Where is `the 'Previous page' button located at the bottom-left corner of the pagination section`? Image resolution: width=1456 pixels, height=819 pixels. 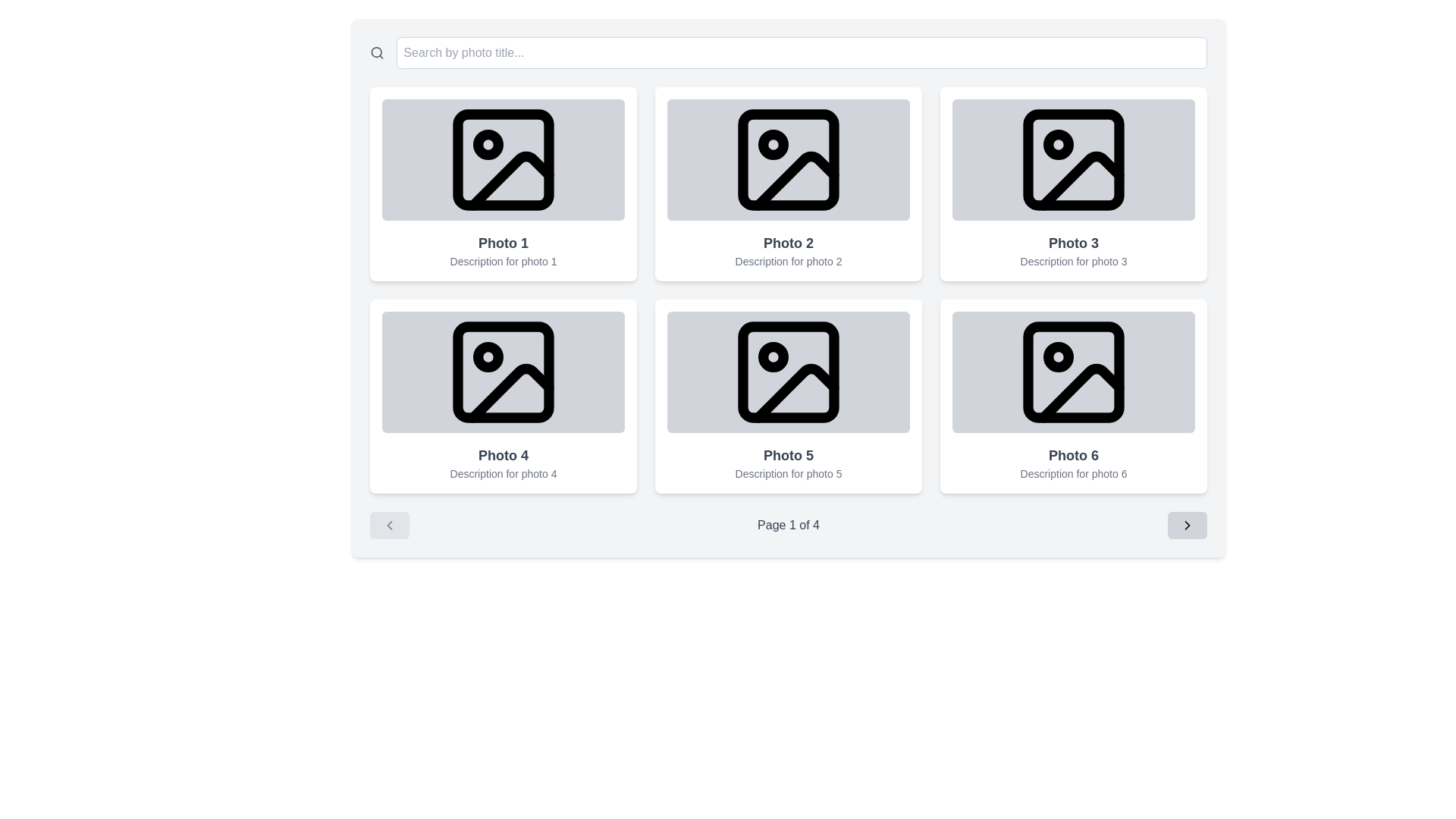
the 'Previous page' button located at the bottom-left corner of the pagination section is located at coordinates (389, 525).